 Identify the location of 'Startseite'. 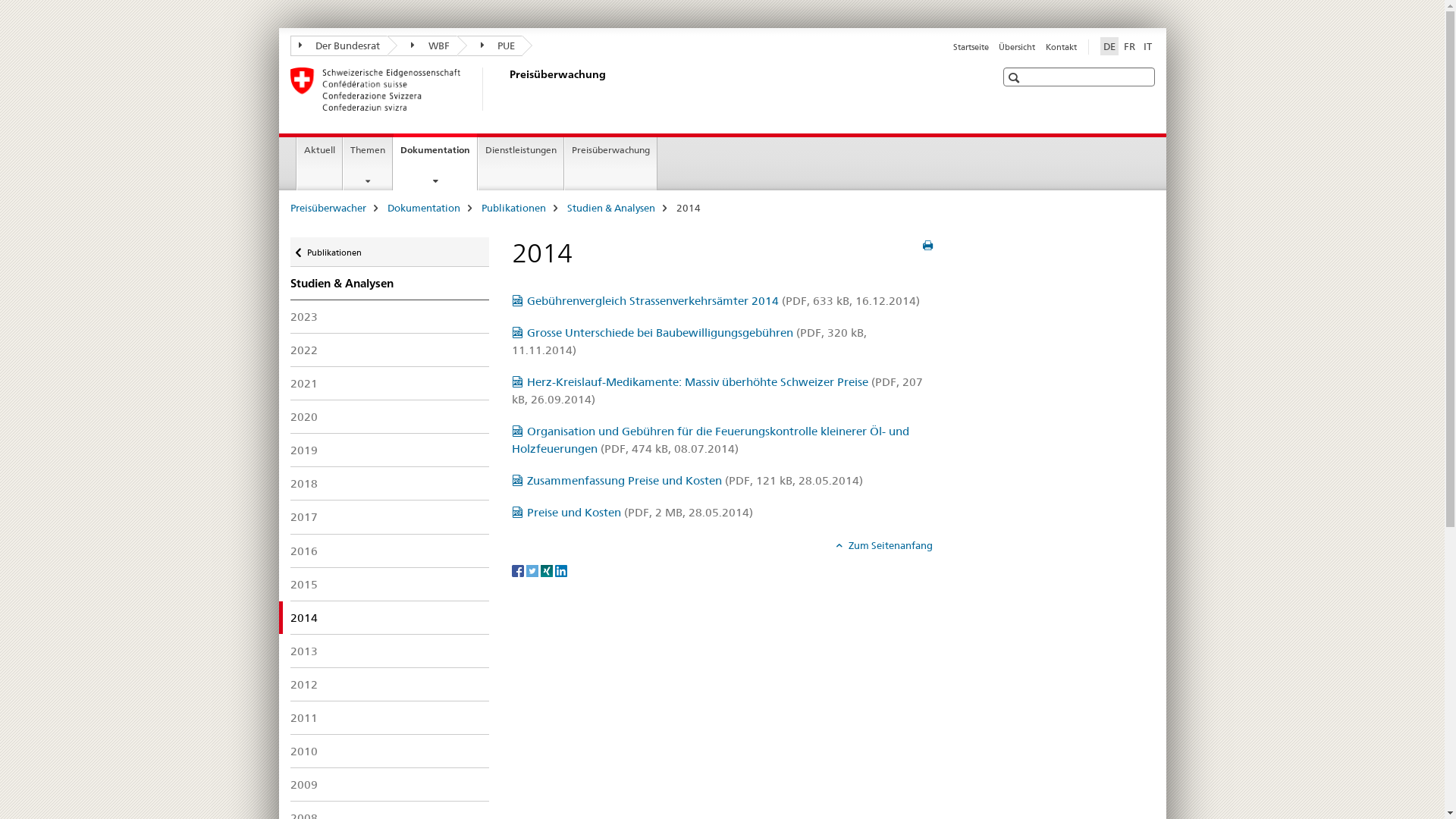
(971, 45).